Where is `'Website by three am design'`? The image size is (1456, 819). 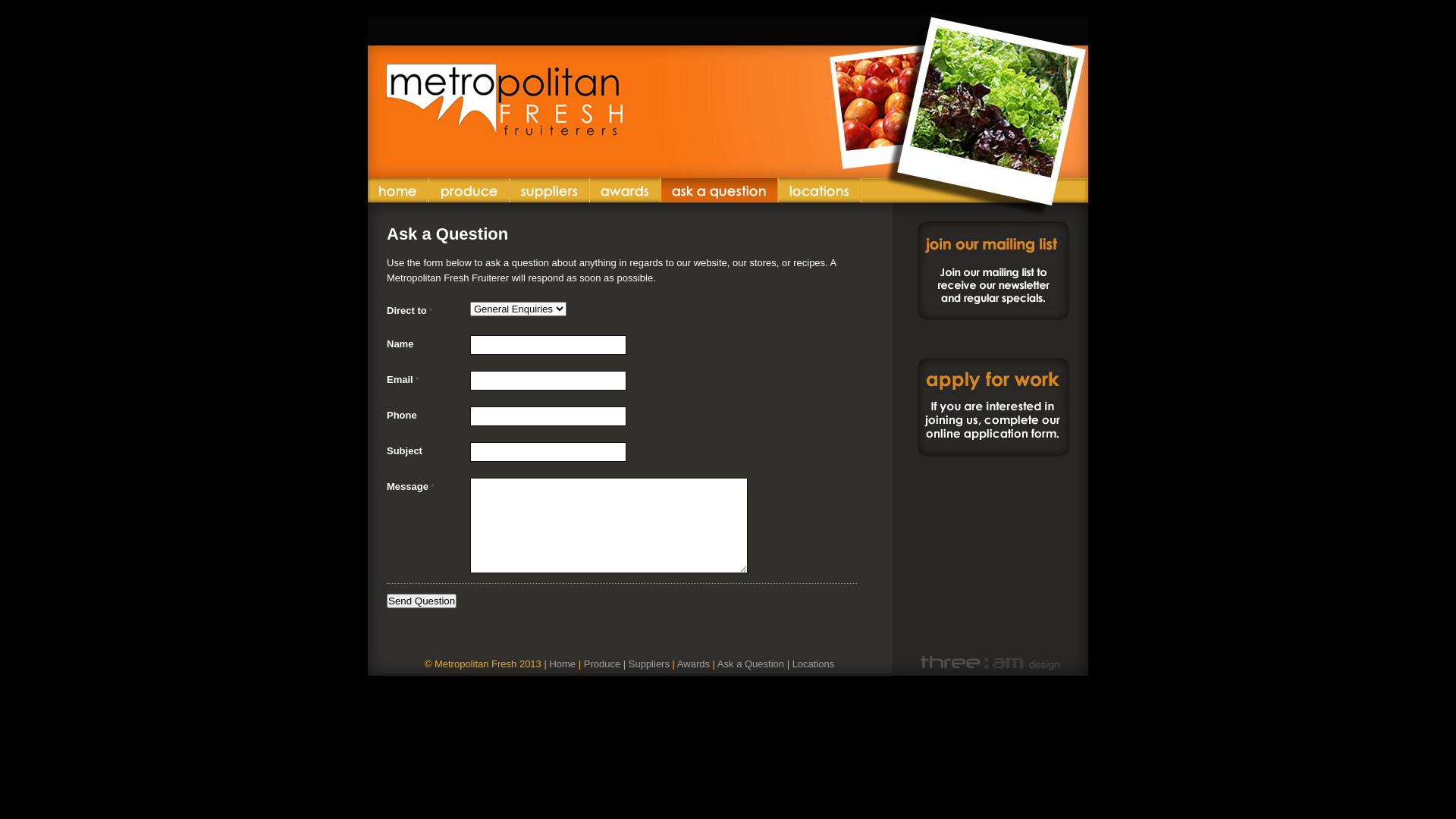
'Website by three am design' is located at coordinates (997, 663).